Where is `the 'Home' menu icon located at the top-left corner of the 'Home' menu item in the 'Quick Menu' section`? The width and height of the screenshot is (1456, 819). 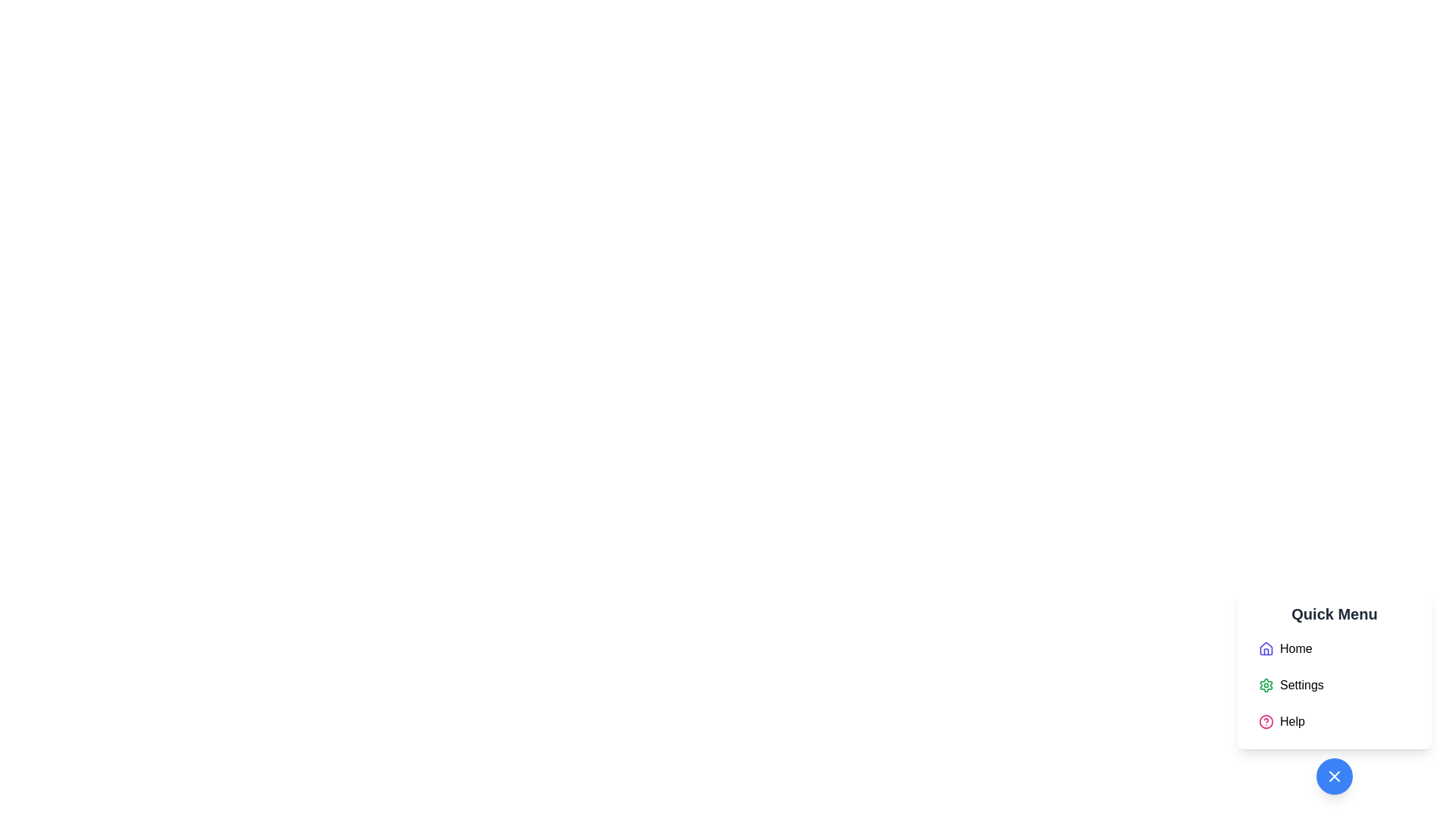 the 'Home' menu icon located at the top-left corner of the 'Home' menu item in the 'Quick Menu' section is located at coordinates (1266, 648).